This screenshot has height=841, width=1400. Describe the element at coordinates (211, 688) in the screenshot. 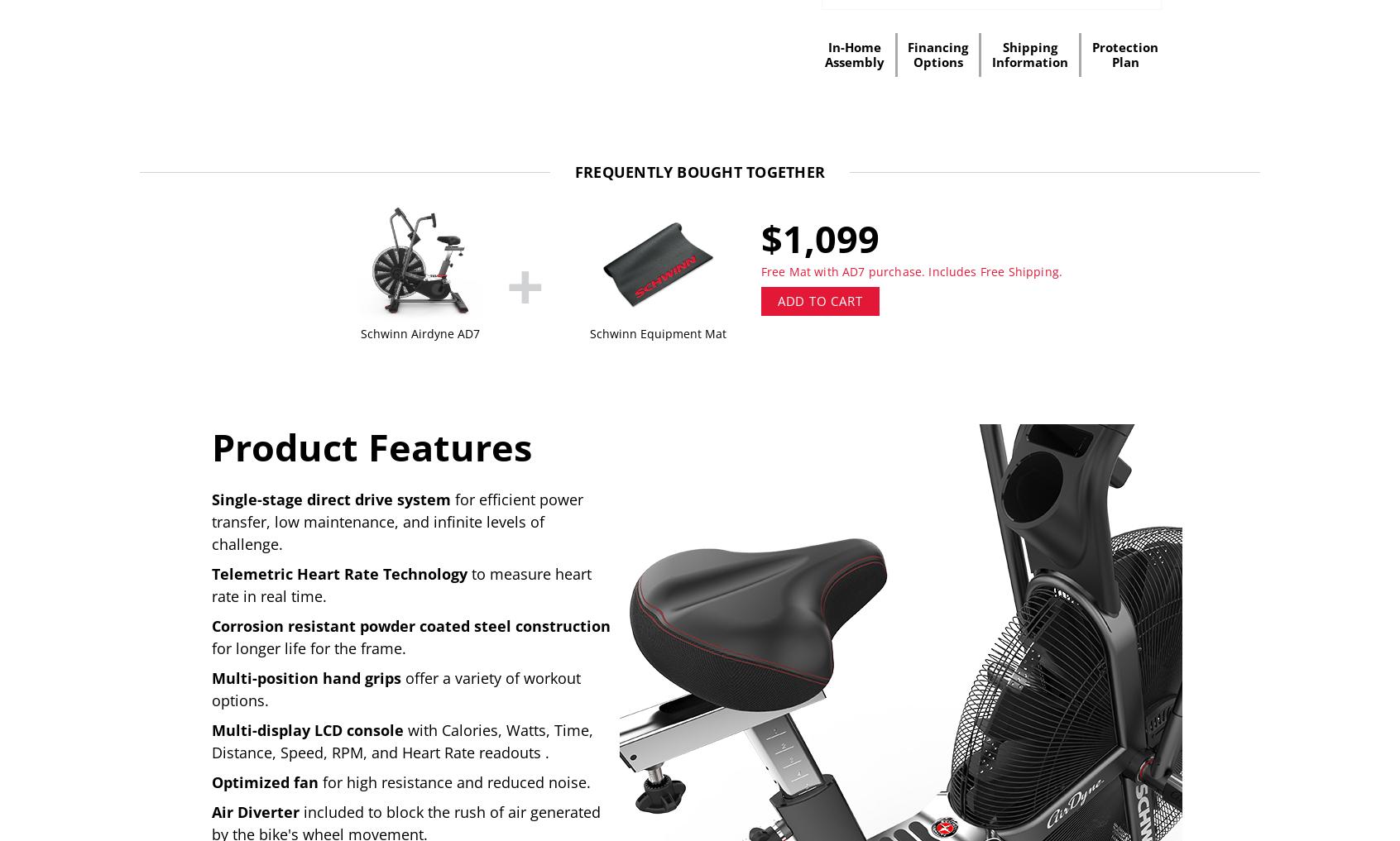

I see `'offer a variety of workout options.'` at that location.